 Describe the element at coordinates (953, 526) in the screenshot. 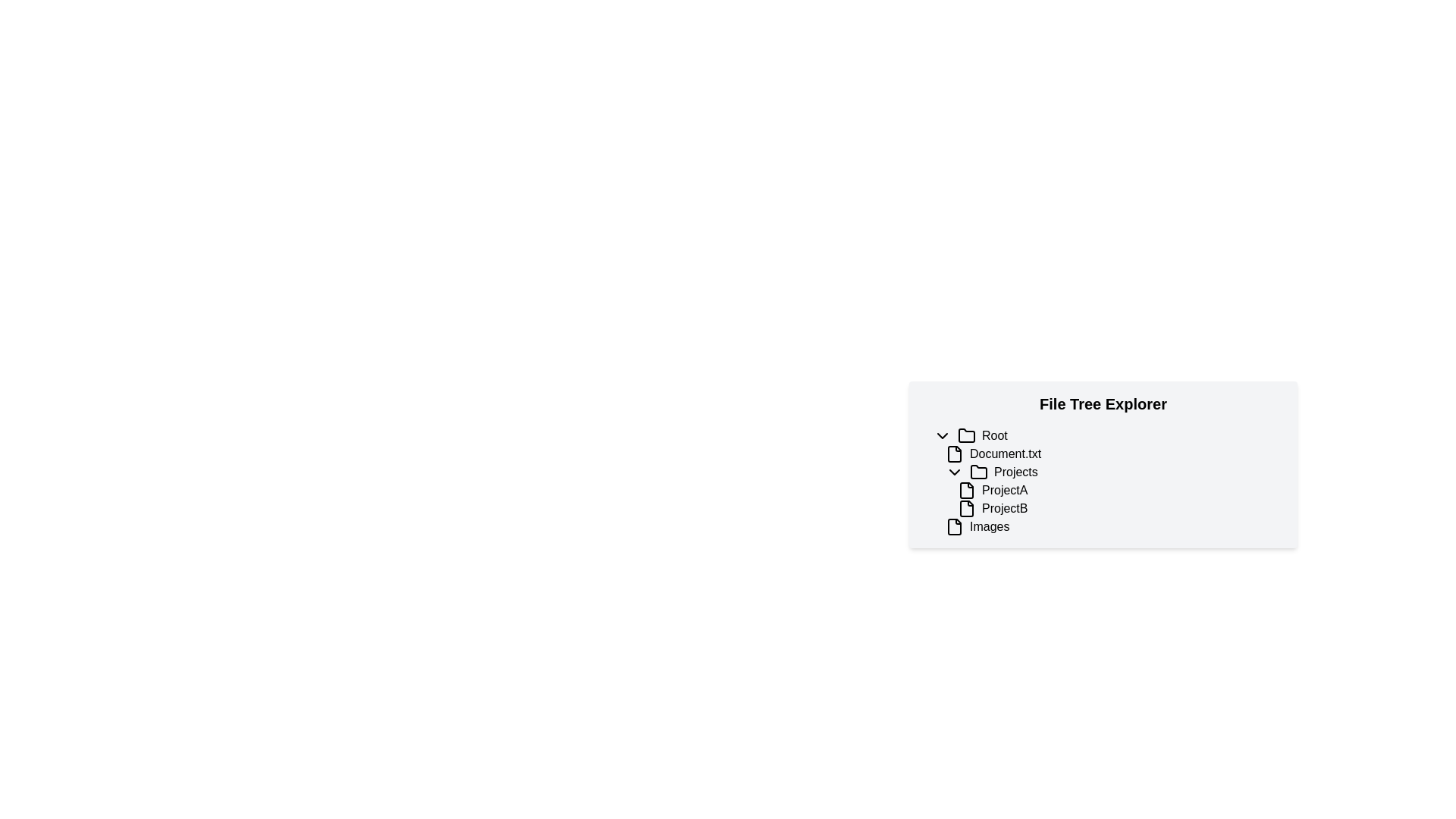

I see `the document icon located` at that location.